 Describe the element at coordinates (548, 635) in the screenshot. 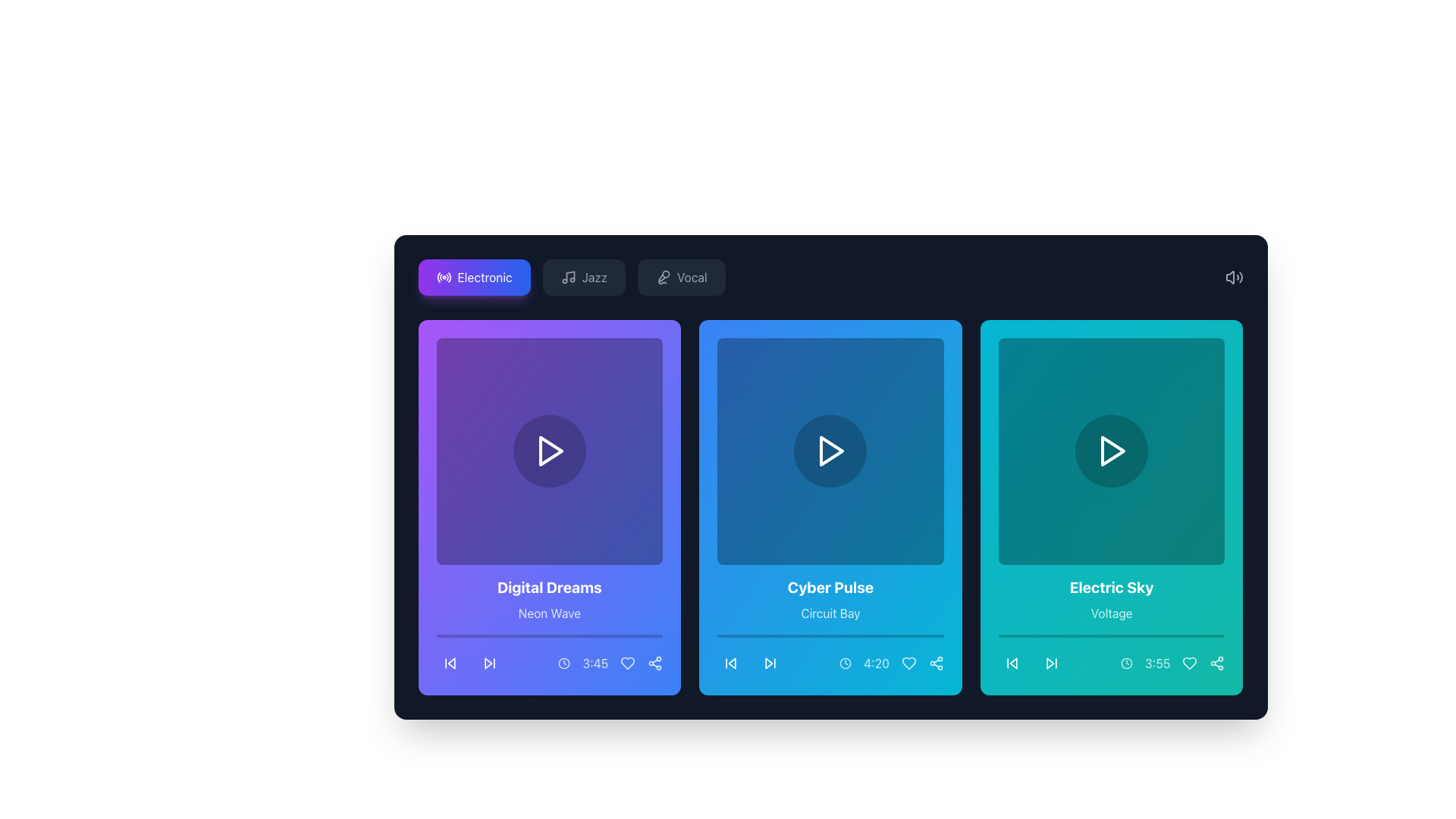

I see `the horizontal progress bar located below the text 'Neon Wave' within the 'Digital Dreams' card, which has a black background and a white progress indicator` at that location.